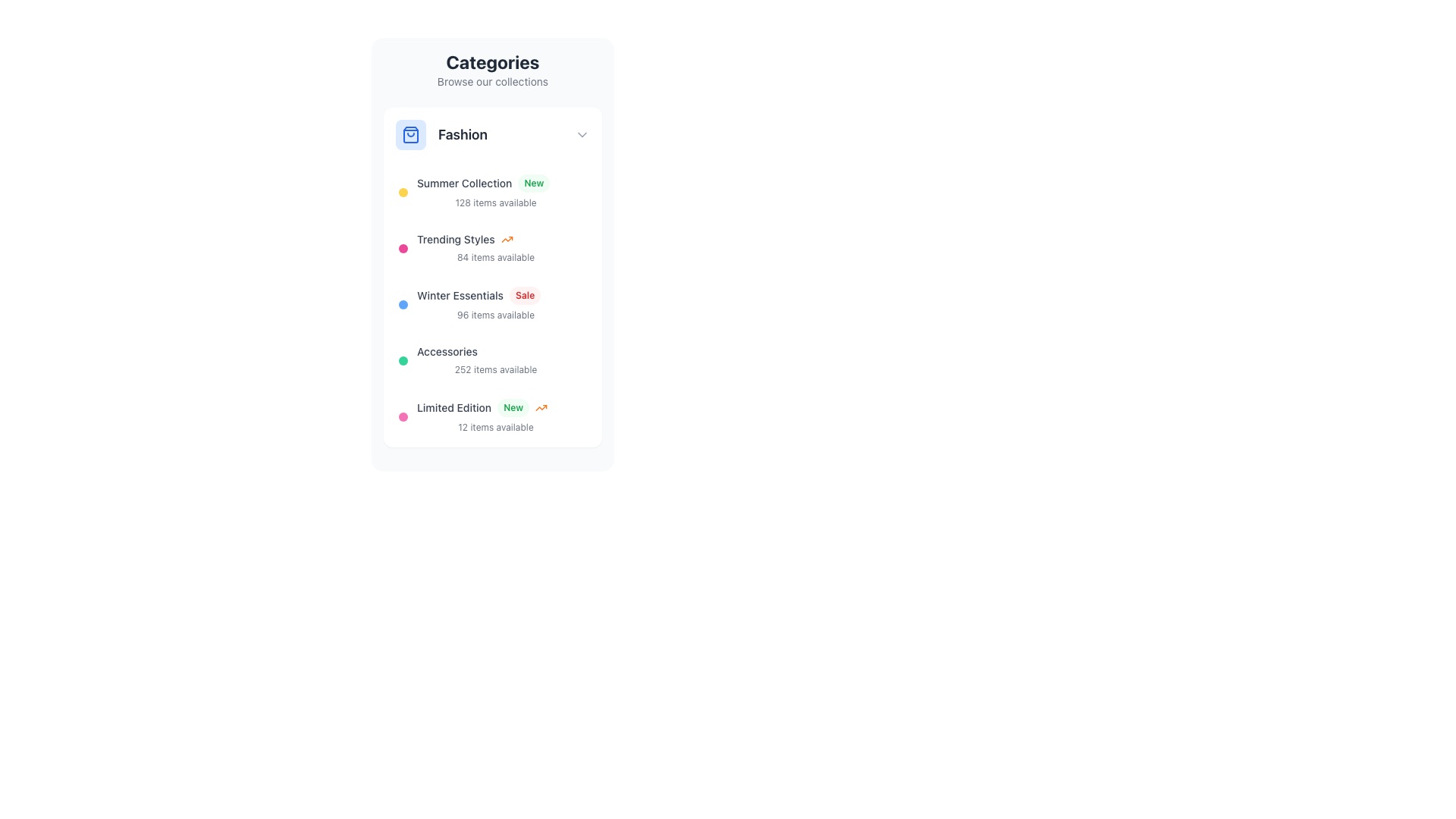 This screenshot has height=819, width=1456. Describe the element at coordinates (495, 192) in the screenshot. I see `the 'Summer Collection' text label, which is the first item in the 'Fashion' category and positioned below a yellow circular icon` at that location.